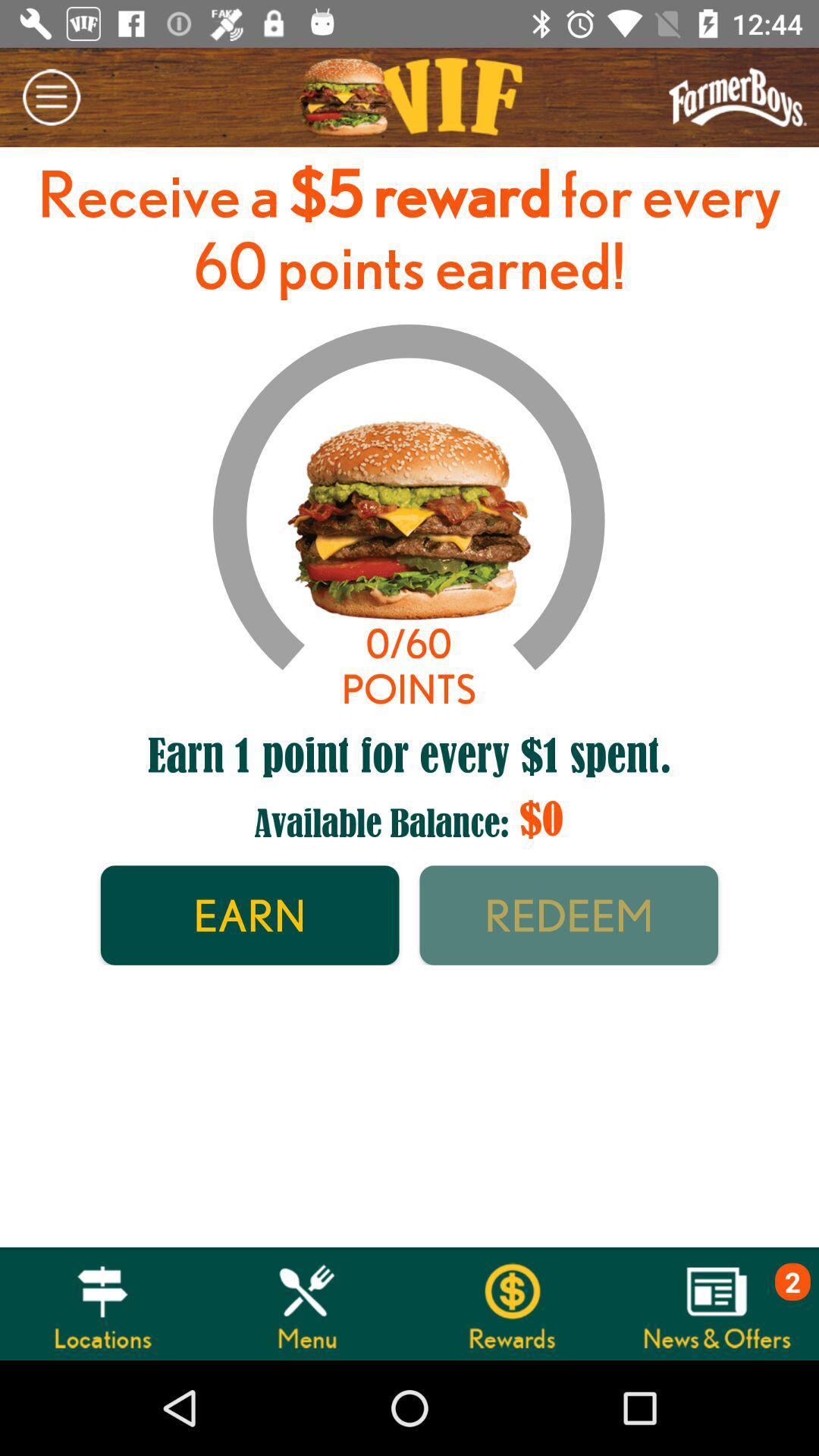  Describe the element at coordinates (569, 915) in the screenshot. I see `icon below the available balance:` at that location.